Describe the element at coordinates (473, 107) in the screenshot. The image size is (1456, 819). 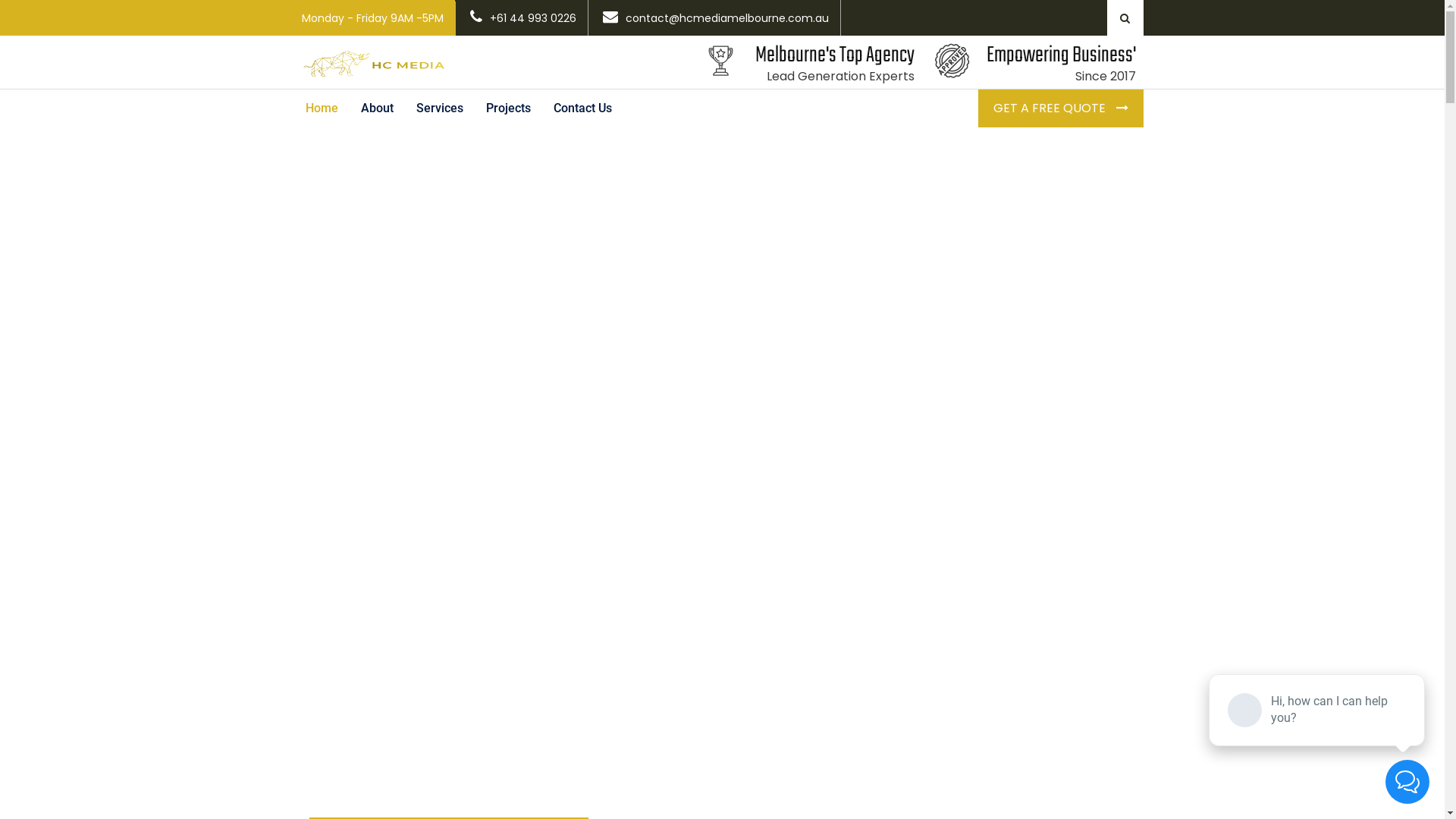
I see `'Projects'` at that location.